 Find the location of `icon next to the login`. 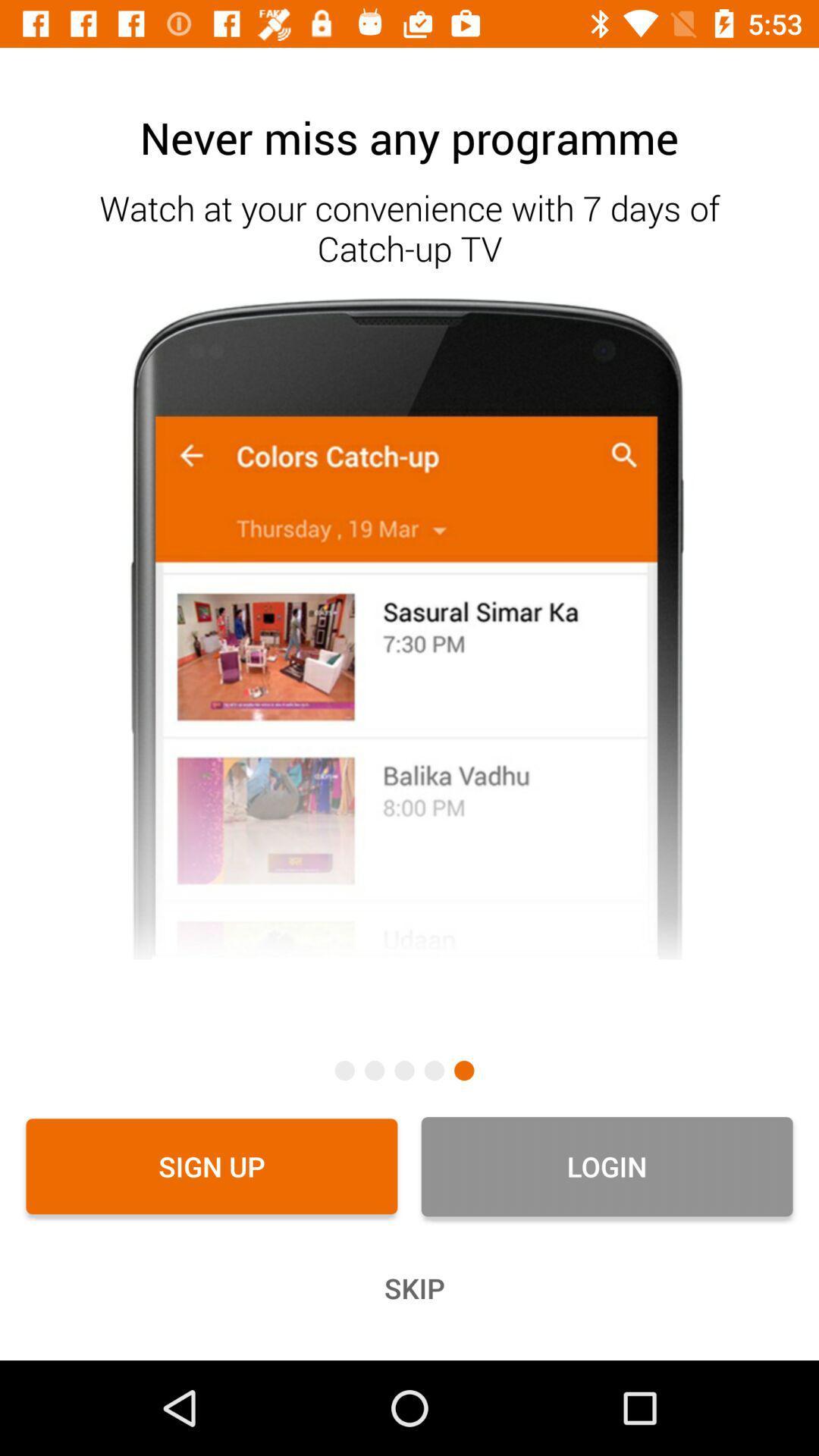

icon next to the login is located at coordinates (212, 1166).